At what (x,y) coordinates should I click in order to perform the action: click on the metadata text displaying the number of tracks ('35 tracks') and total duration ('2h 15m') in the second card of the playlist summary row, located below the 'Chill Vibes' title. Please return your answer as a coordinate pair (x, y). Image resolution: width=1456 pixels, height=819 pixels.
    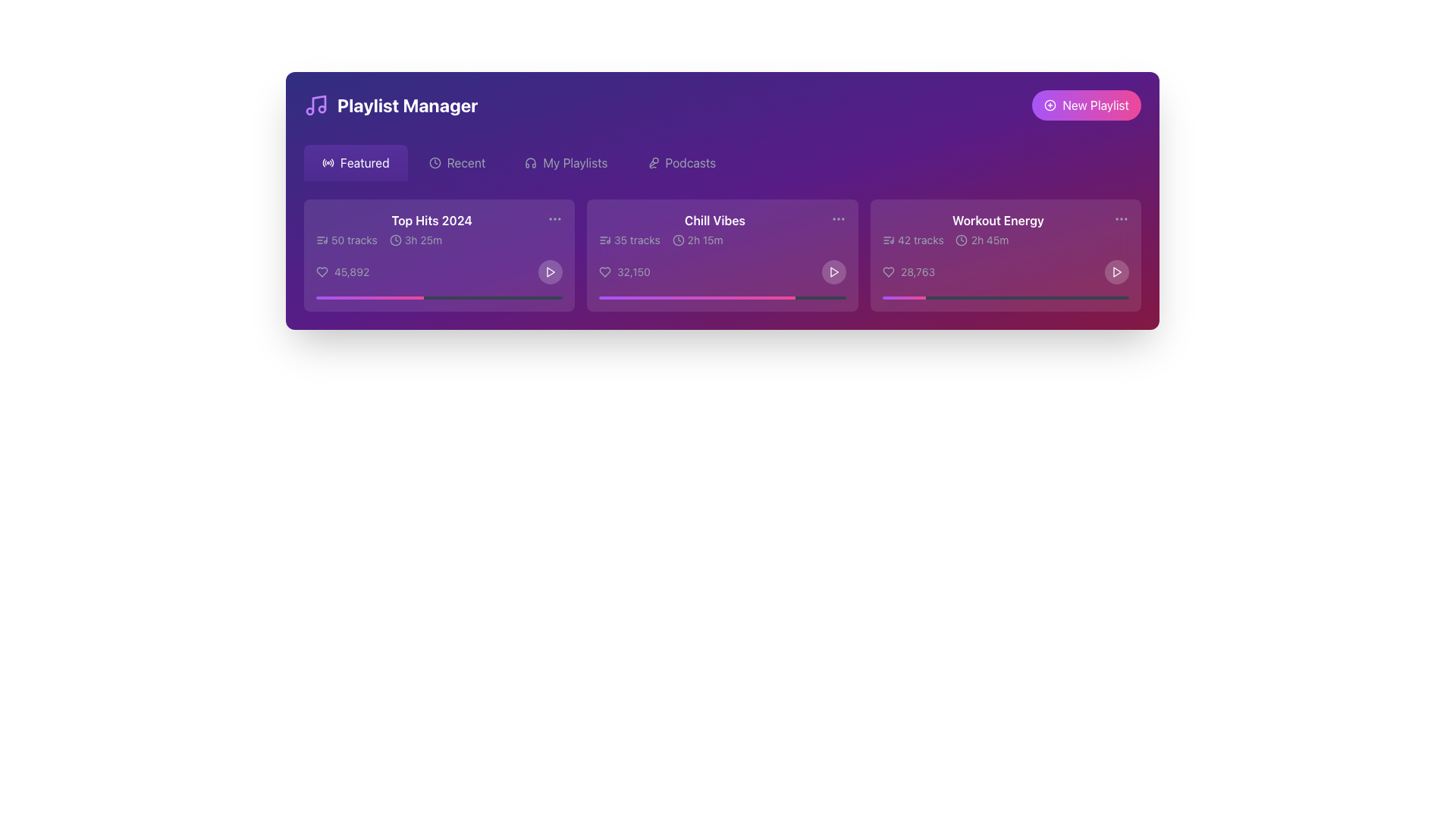
    Looking at the image, I should click on (714, 239).